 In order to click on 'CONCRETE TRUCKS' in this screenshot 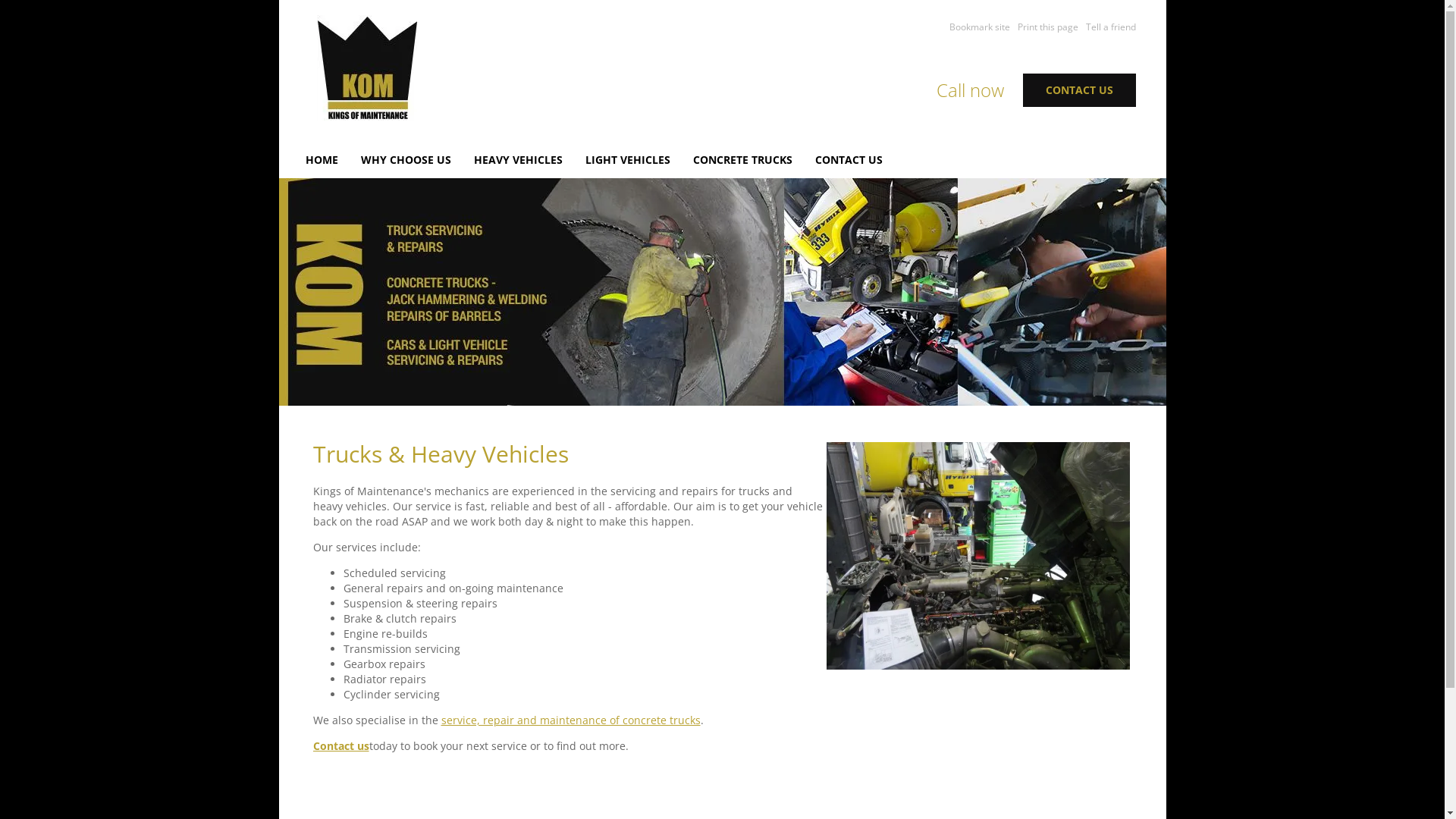, I will do `click(742, 158)`.